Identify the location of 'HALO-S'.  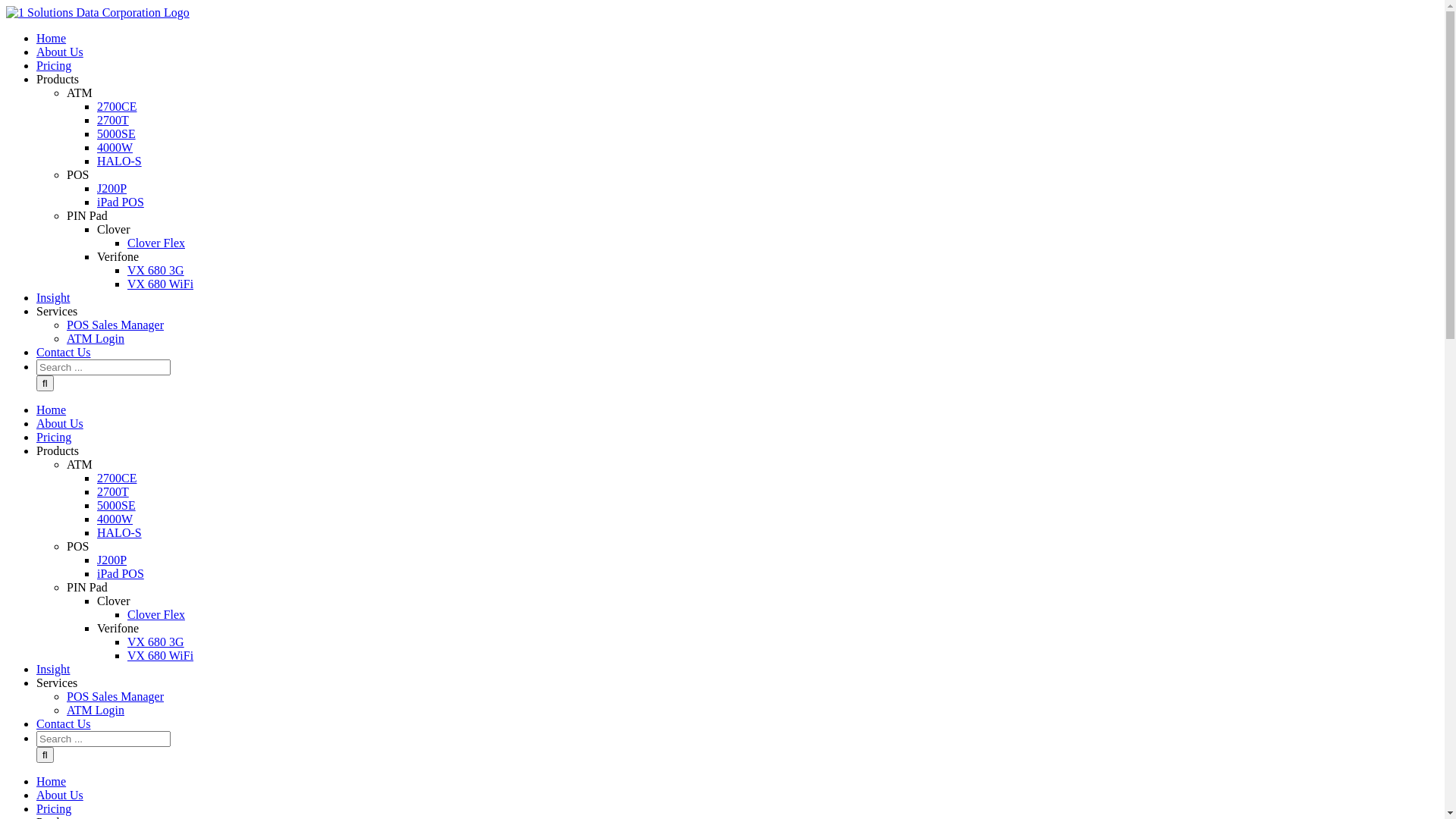
(118, 532).